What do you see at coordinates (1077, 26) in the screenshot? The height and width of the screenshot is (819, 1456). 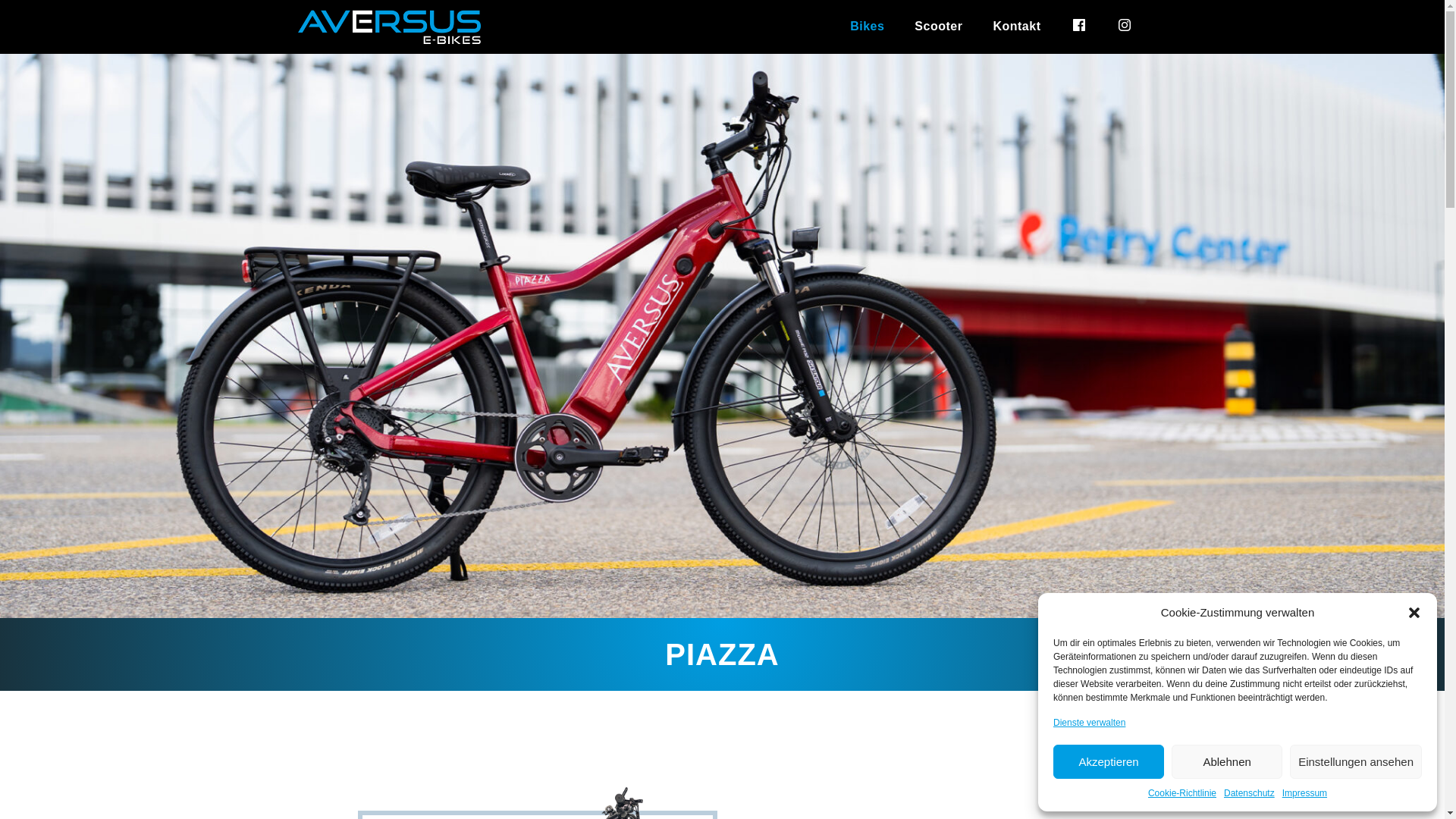 I see `'facebook'` at bounding box center [1077, 26].